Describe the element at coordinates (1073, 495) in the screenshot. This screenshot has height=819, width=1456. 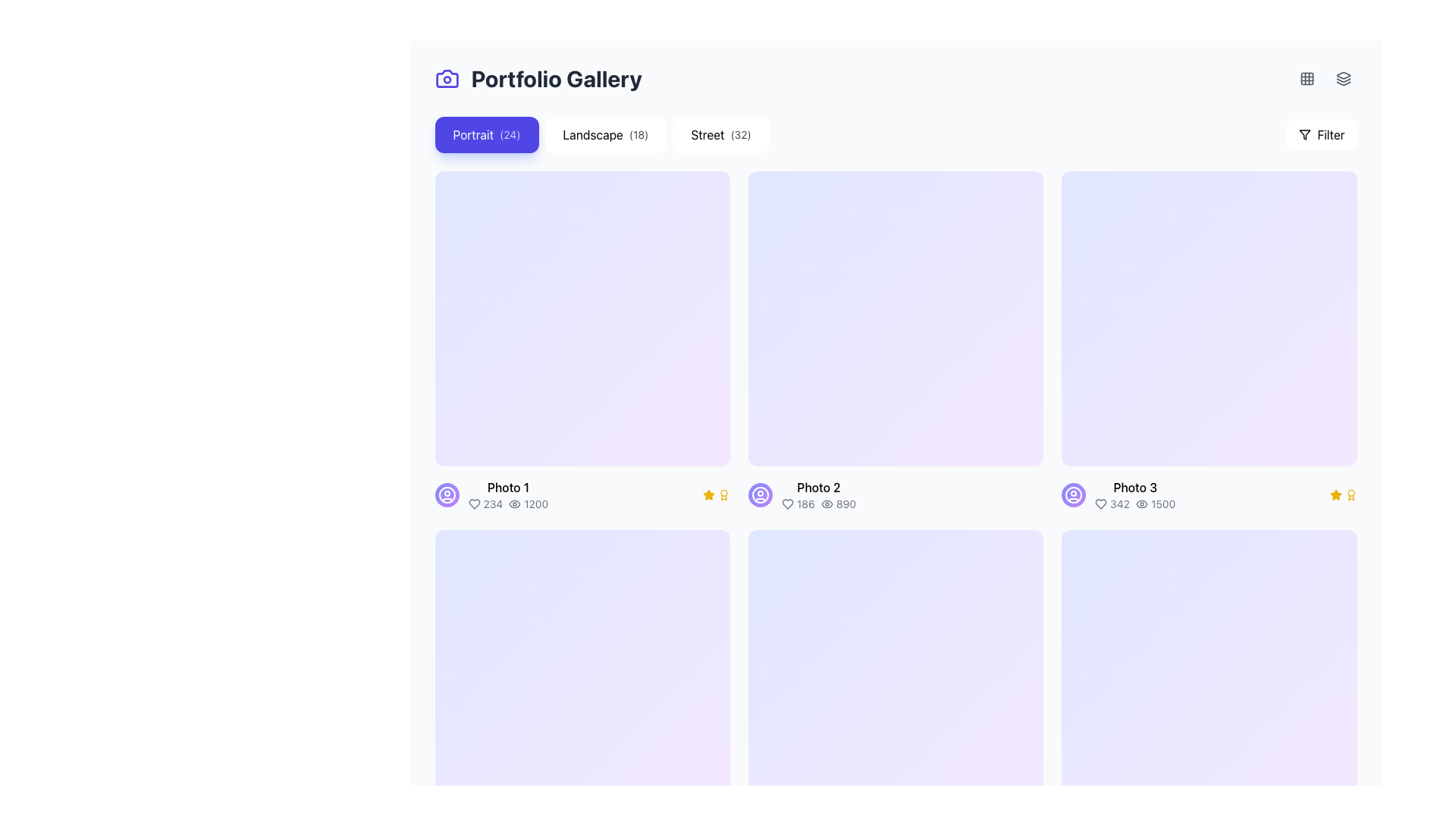
I see `the user icon that represents the owner associated with 'Photo 3', which is positioned as the leftmost component in the bottom row of the gallery view` at that location.